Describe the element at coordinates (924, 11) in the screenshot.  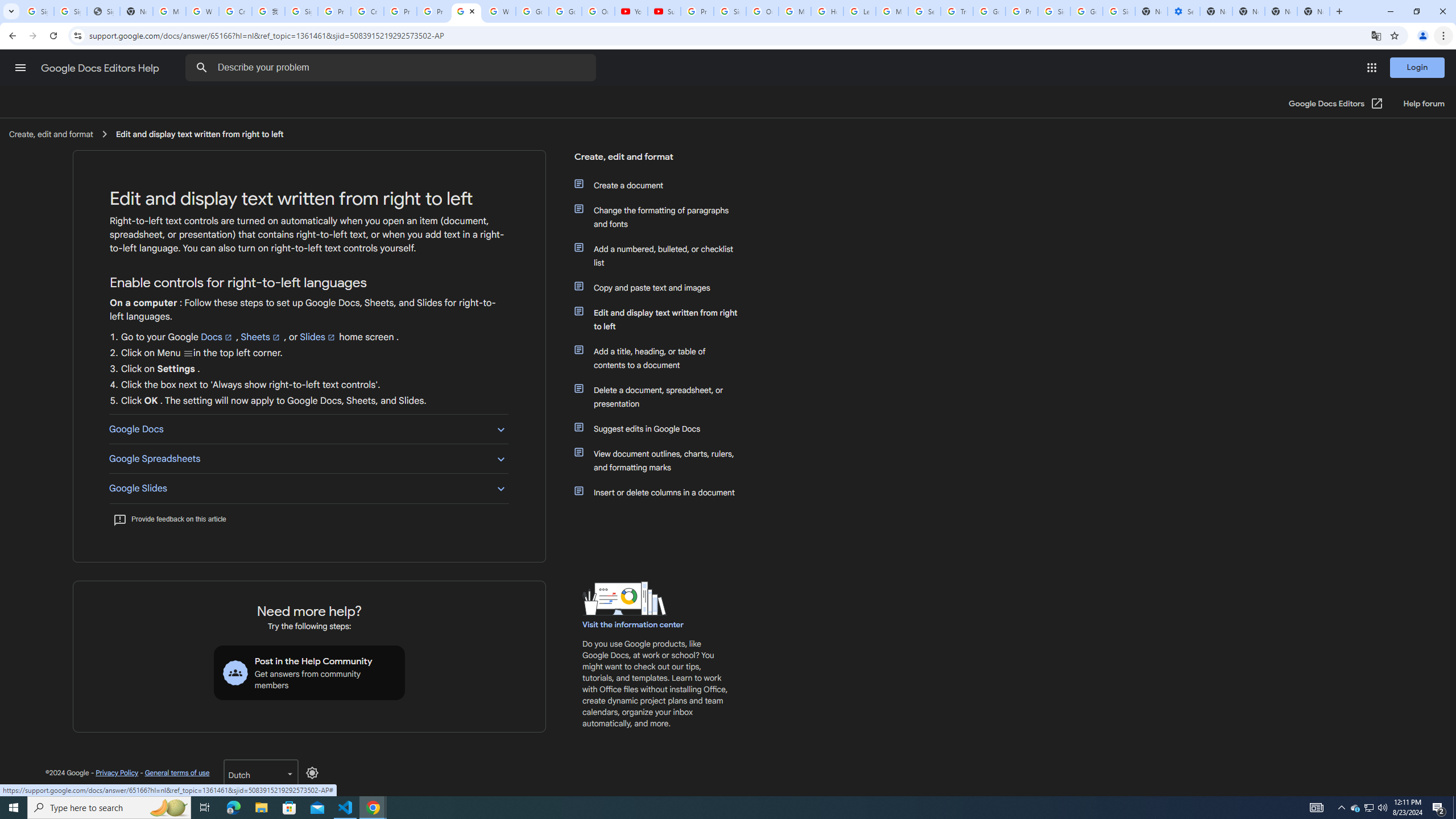
I see `'Search our Doodle Library Collection - Google Doodles'` at that location.